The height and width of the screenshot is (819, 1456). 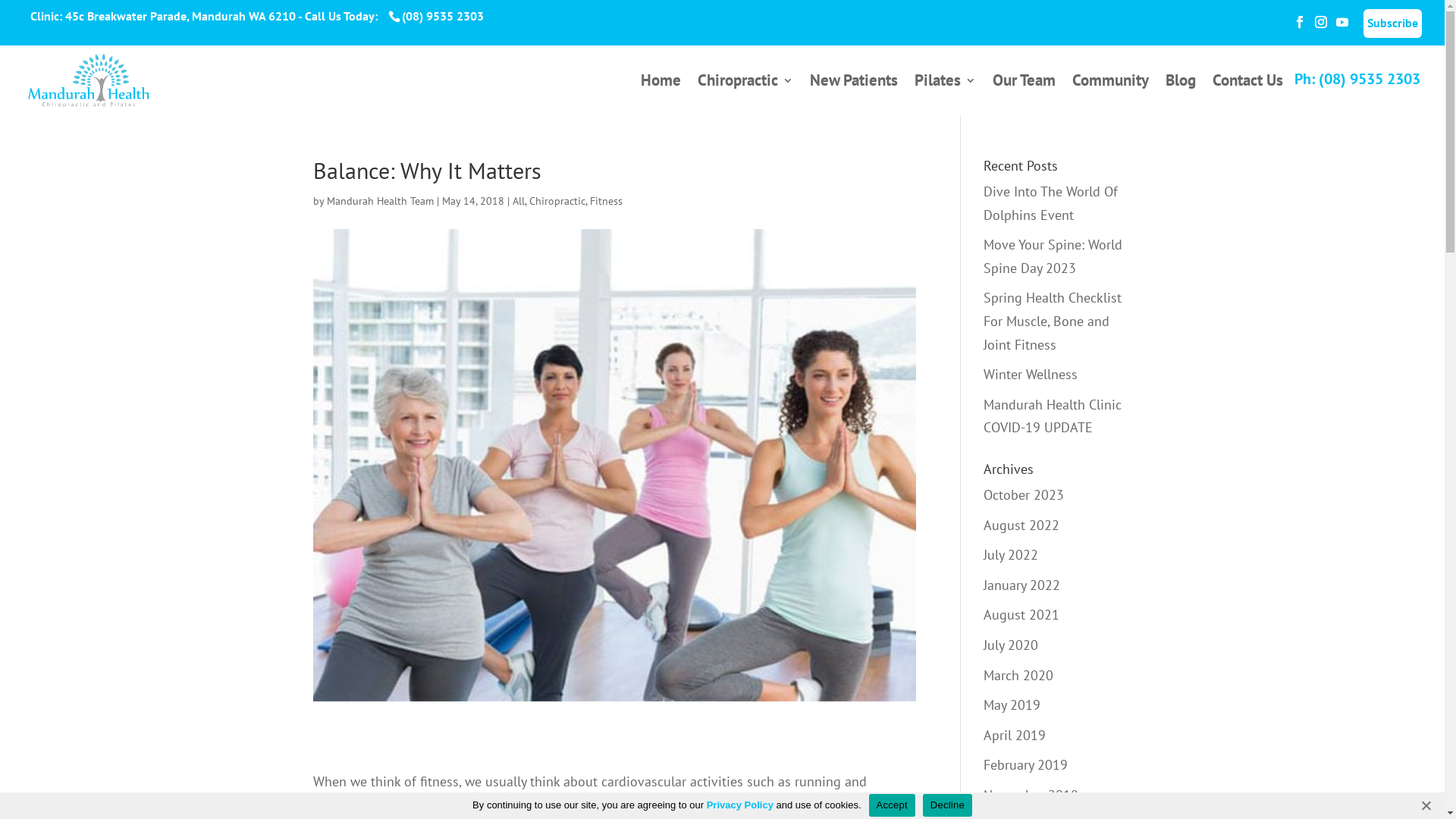 I want to click on 'Community', so click(x=1110, y=95).